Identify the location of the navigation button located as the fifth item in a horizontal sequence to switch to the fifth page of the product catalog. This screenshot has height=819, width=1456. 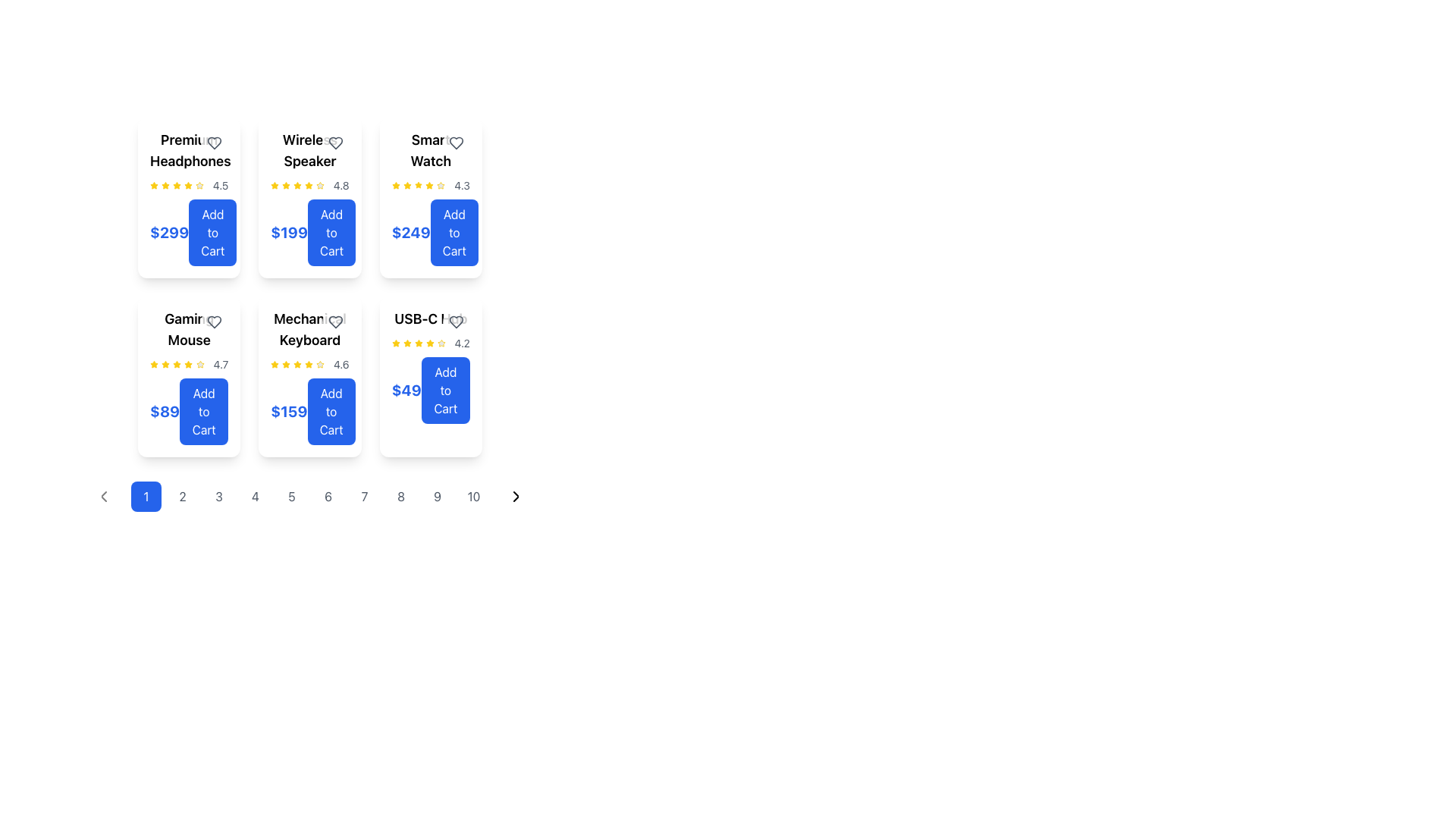
(291, 497).